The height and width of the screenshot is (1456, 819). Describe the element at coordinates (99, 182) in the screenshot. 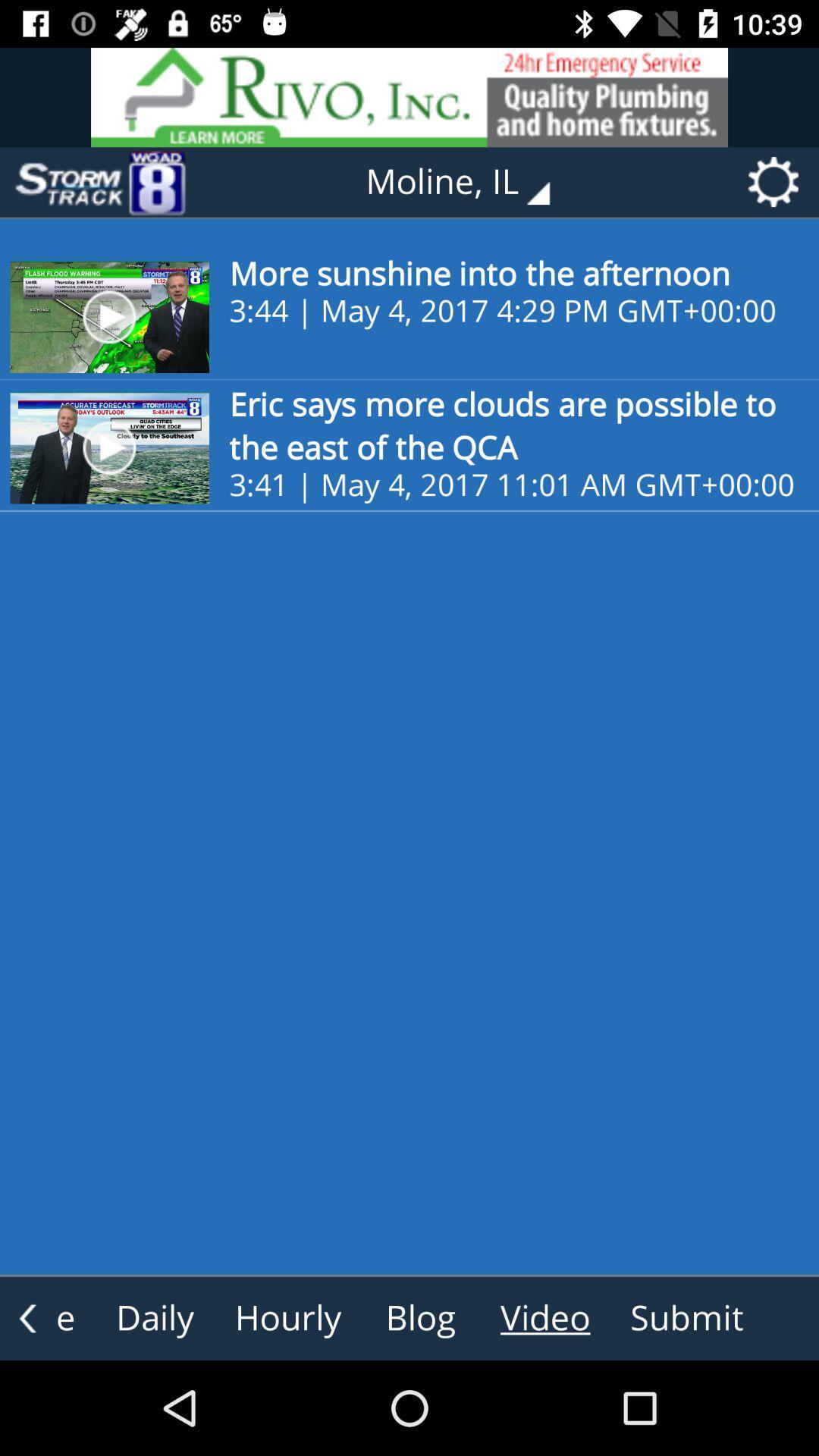

I see `item to the left of the moline, il icon` at that location.